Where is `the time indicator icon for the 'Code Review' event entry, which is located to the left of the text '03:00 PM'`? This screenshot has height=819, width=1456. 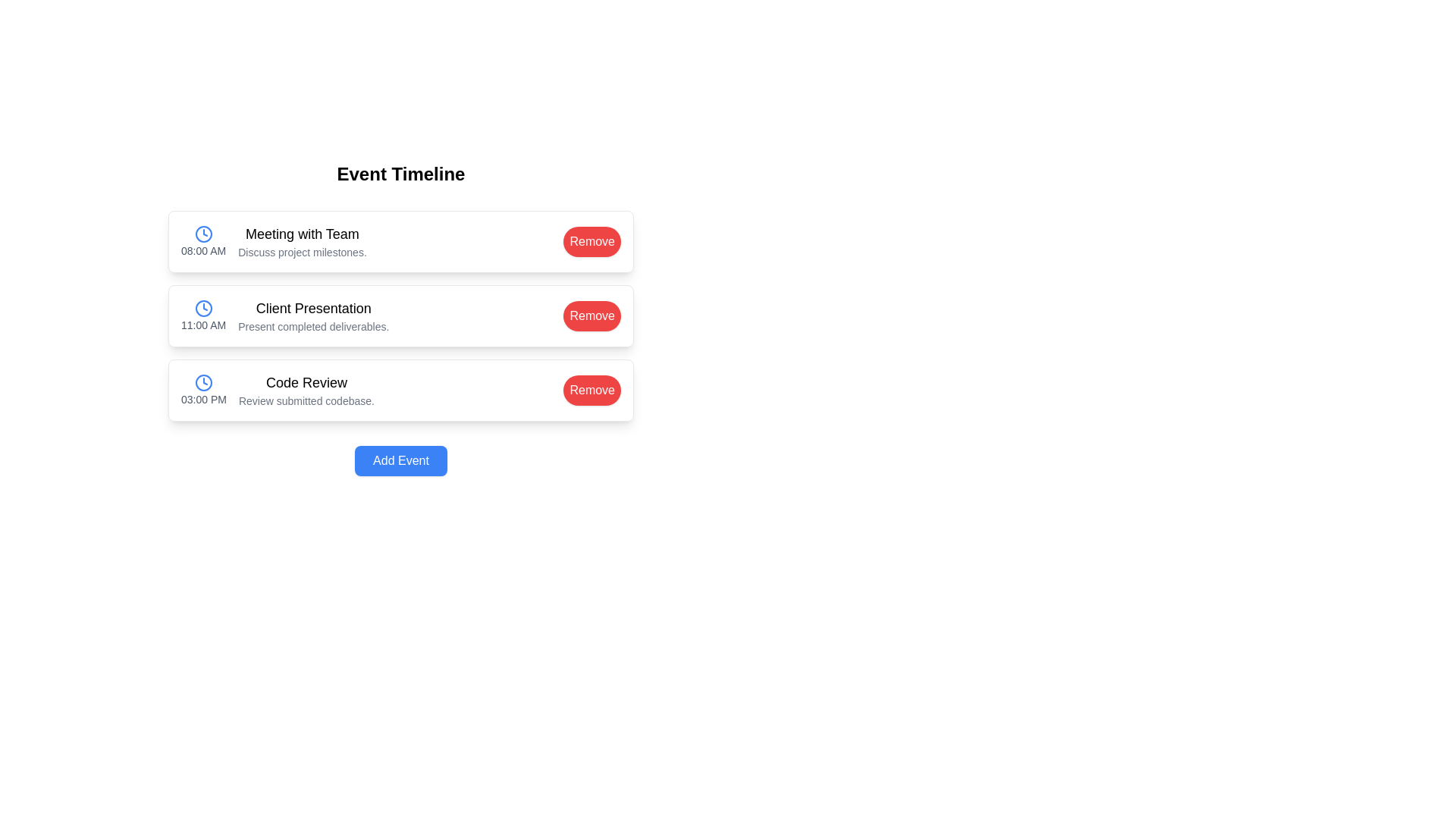
the time indicator icon for the 'Code Review' event entry, which is located to the left of the text '03:00 PM' is located at coordinates (202, 382).